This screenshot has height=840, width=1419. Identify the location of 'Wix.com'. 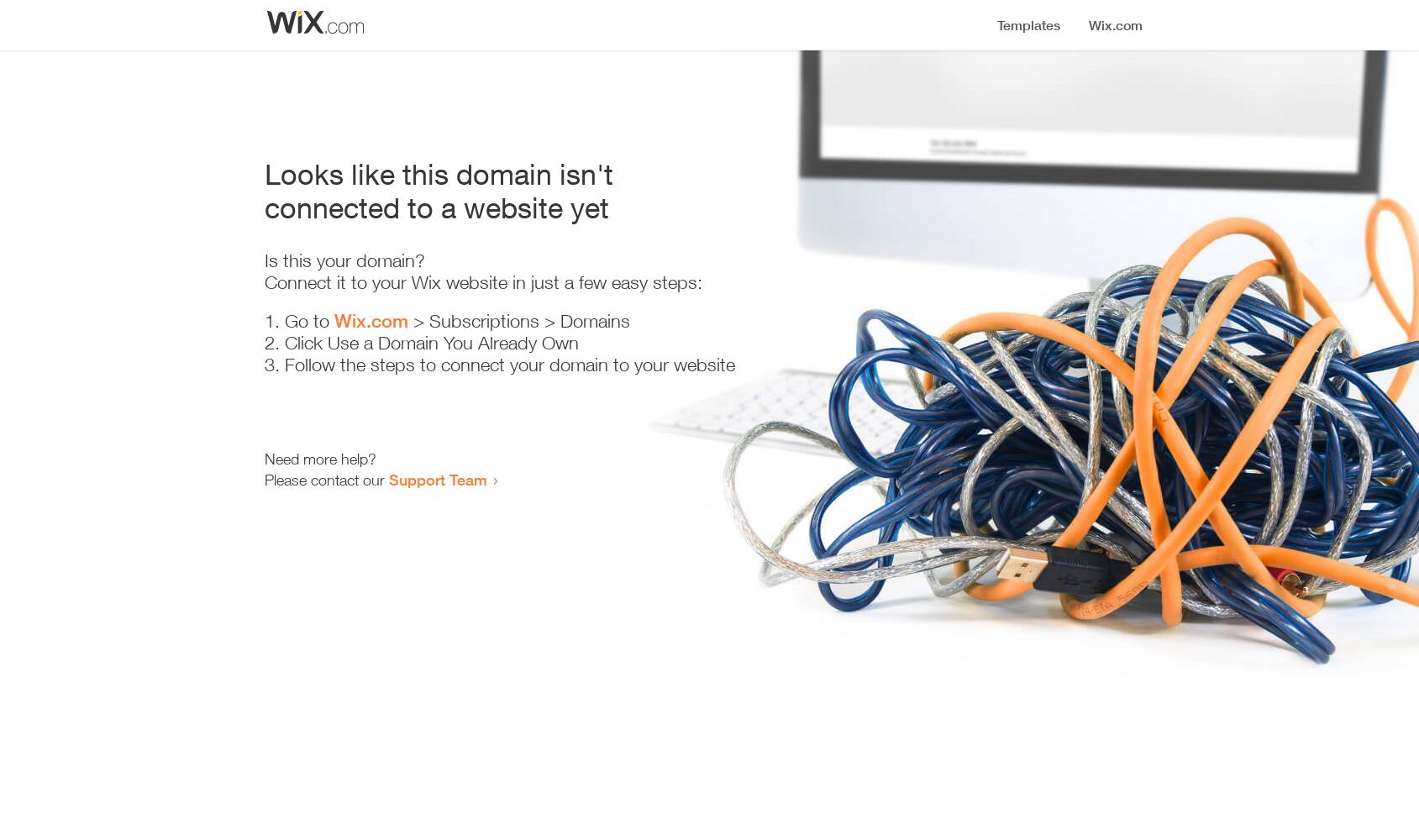
(369, 321).